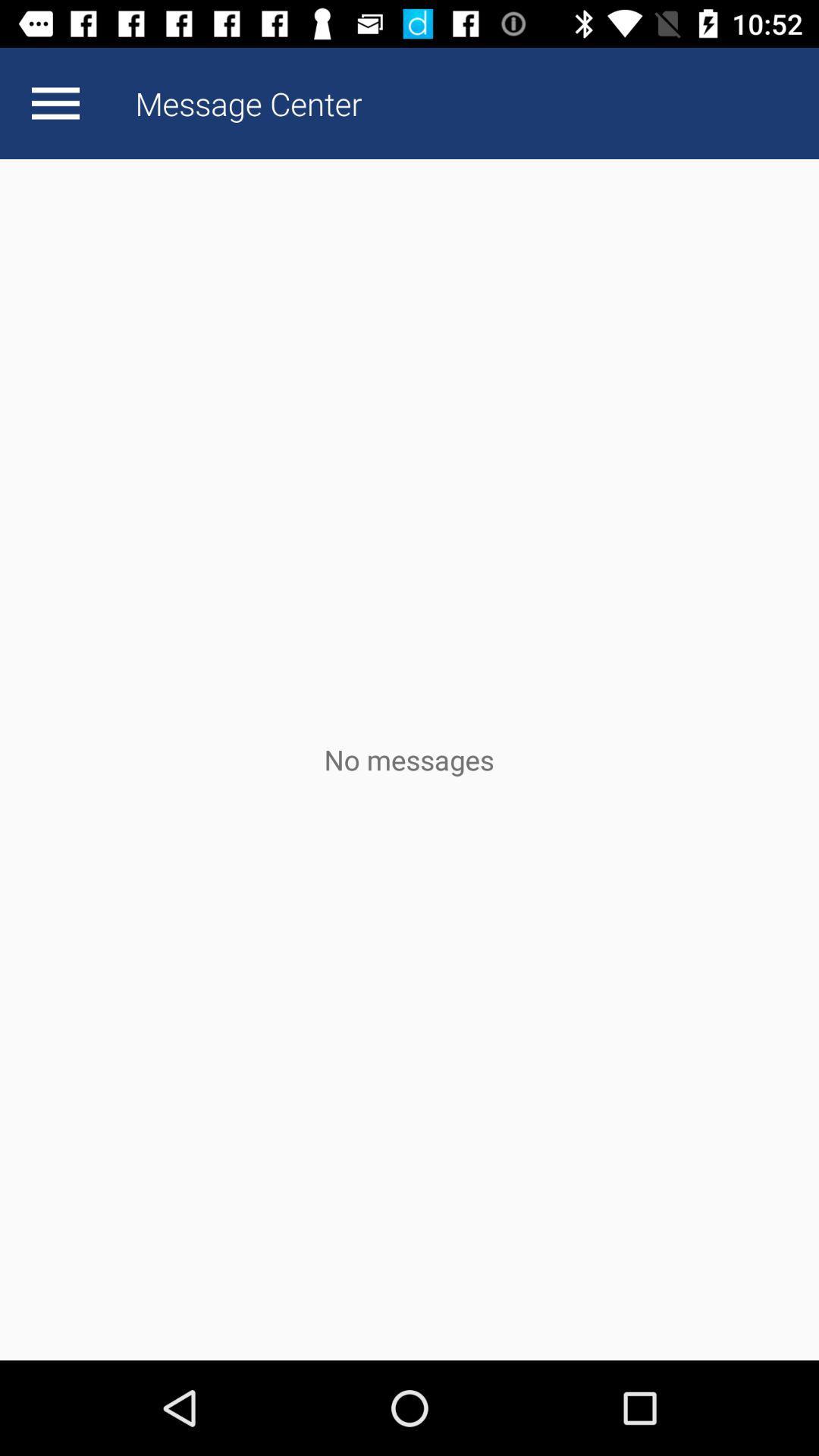  Describe the element at coordinates (55, 102) in the screenshot. I see `click for dropdown box` at that location.